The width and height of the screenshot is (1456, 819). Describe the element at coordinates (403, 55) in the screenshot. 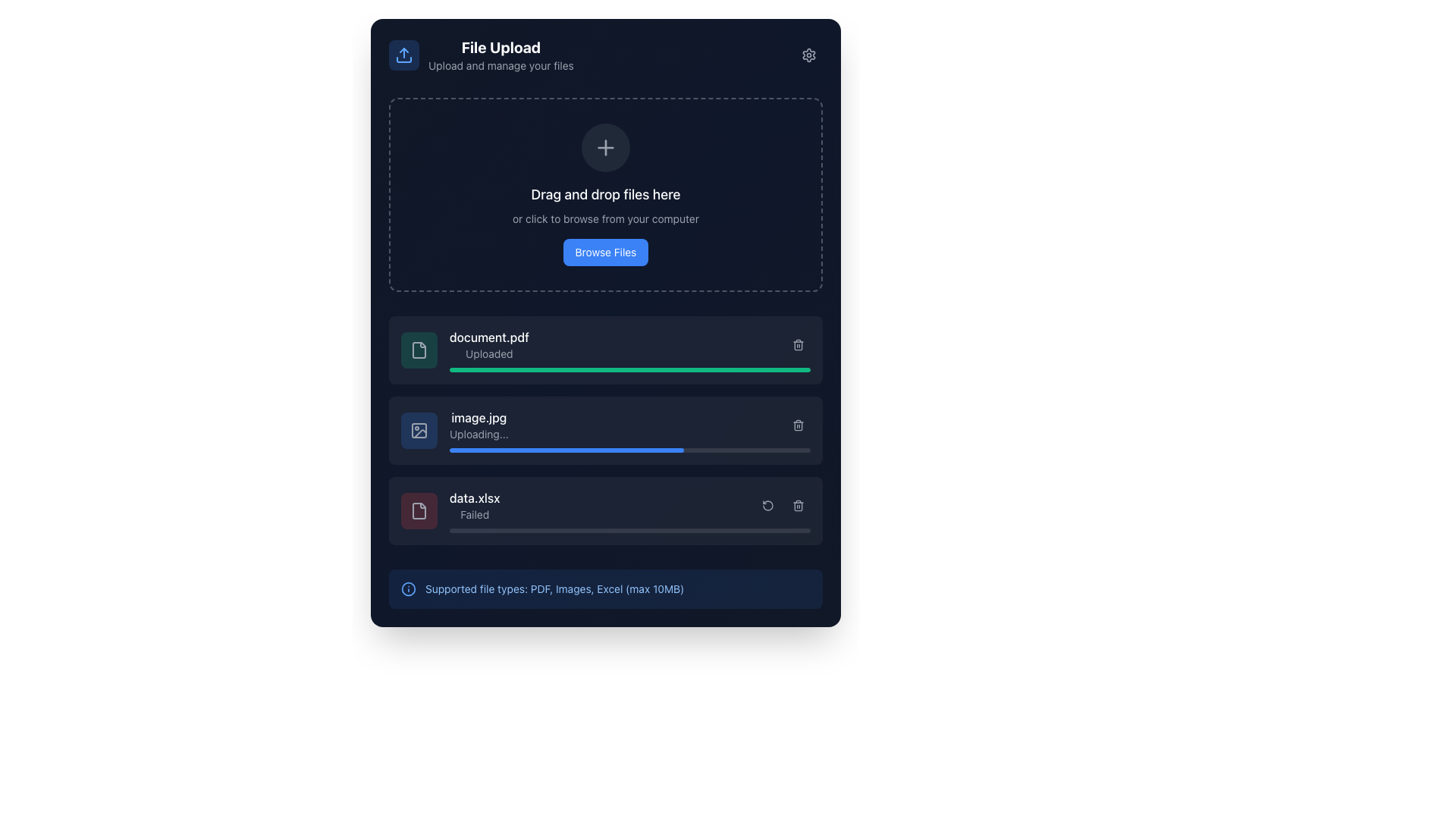

I see `the upload icon located inside a rounded button with a blue background, positioned at the top-left corner of the interface next to the 'File Upload' text` at that location.